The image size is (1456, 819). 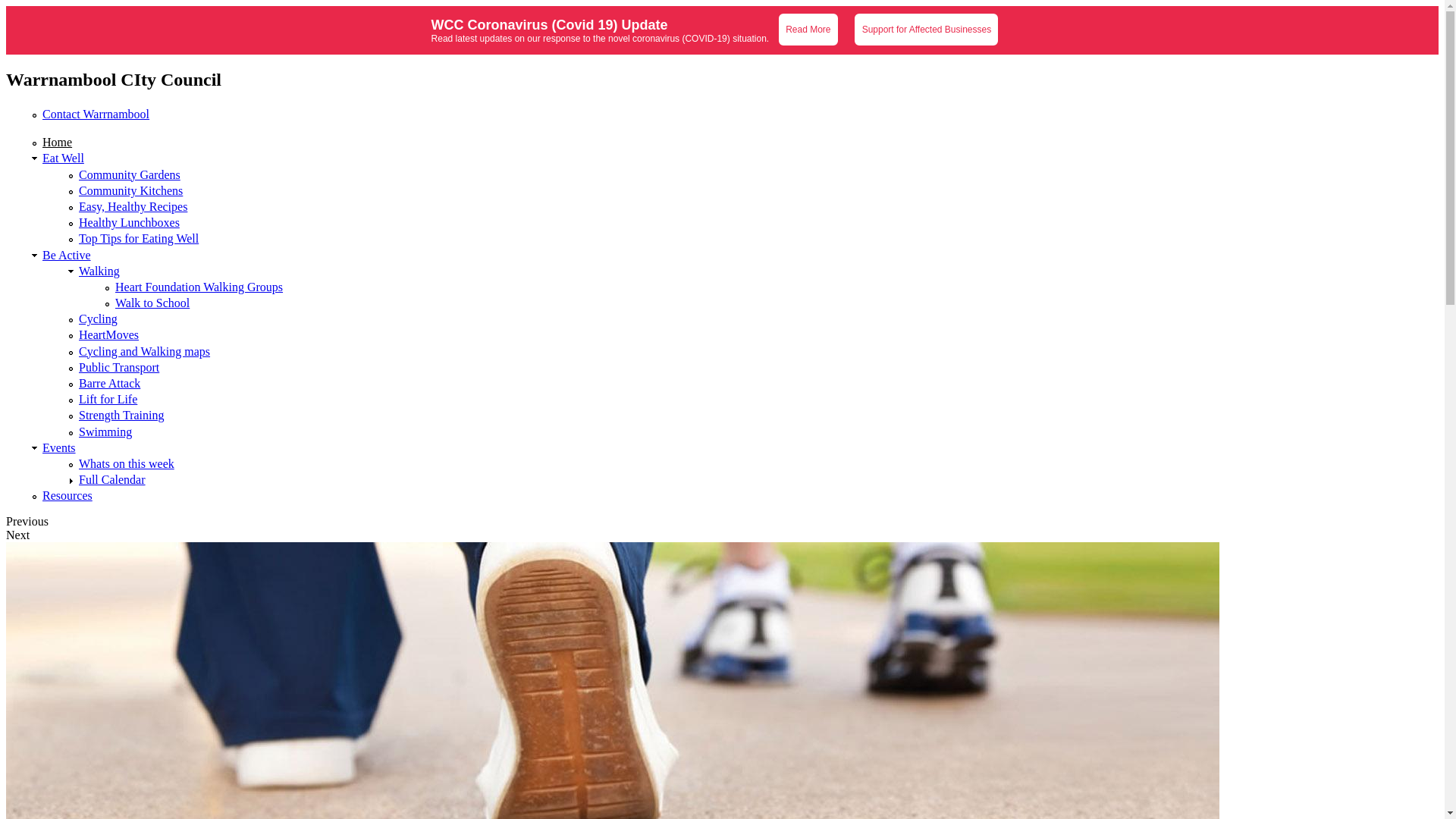 What do you see at coordinates (98, 270) in the screenshot?
I see `'Walking'` at bounding box center [98, 270].